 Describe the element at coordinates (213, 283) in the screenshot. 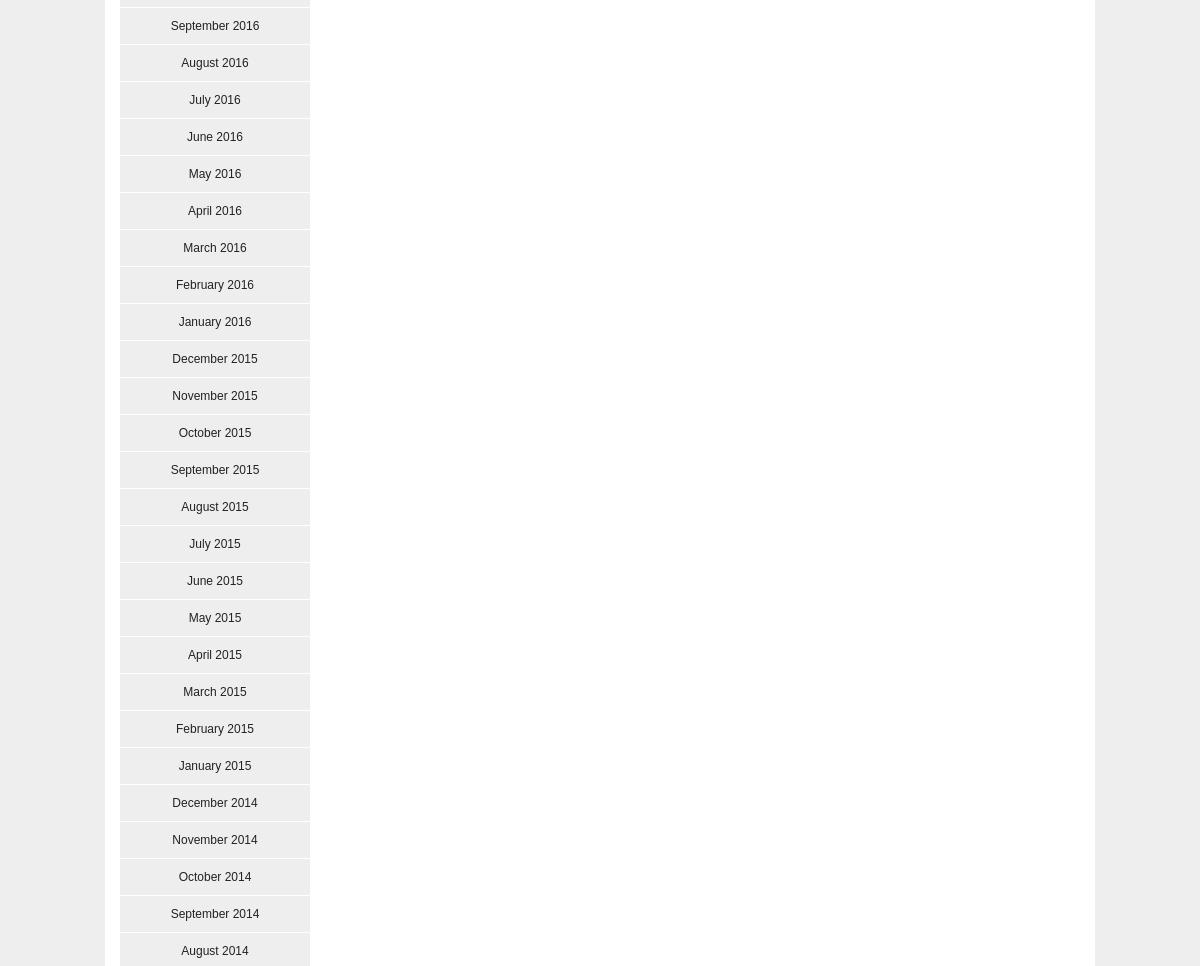

I see `'February 2016'` at that location.